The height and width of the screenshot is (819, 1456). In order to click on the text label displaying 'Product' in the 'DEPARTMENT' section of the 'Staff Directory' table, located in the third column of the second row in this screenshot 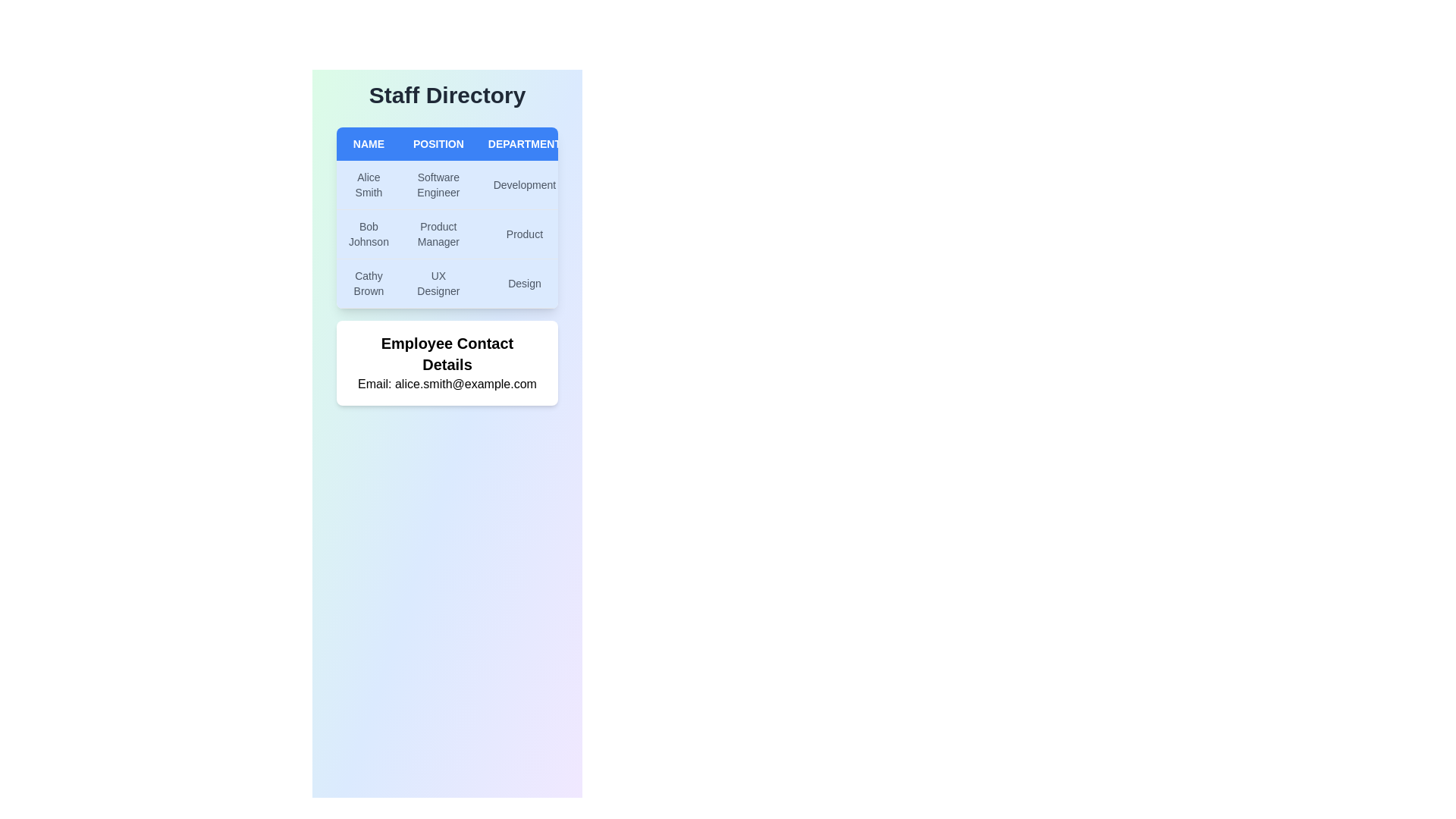, I will do `click(524, 234)`.